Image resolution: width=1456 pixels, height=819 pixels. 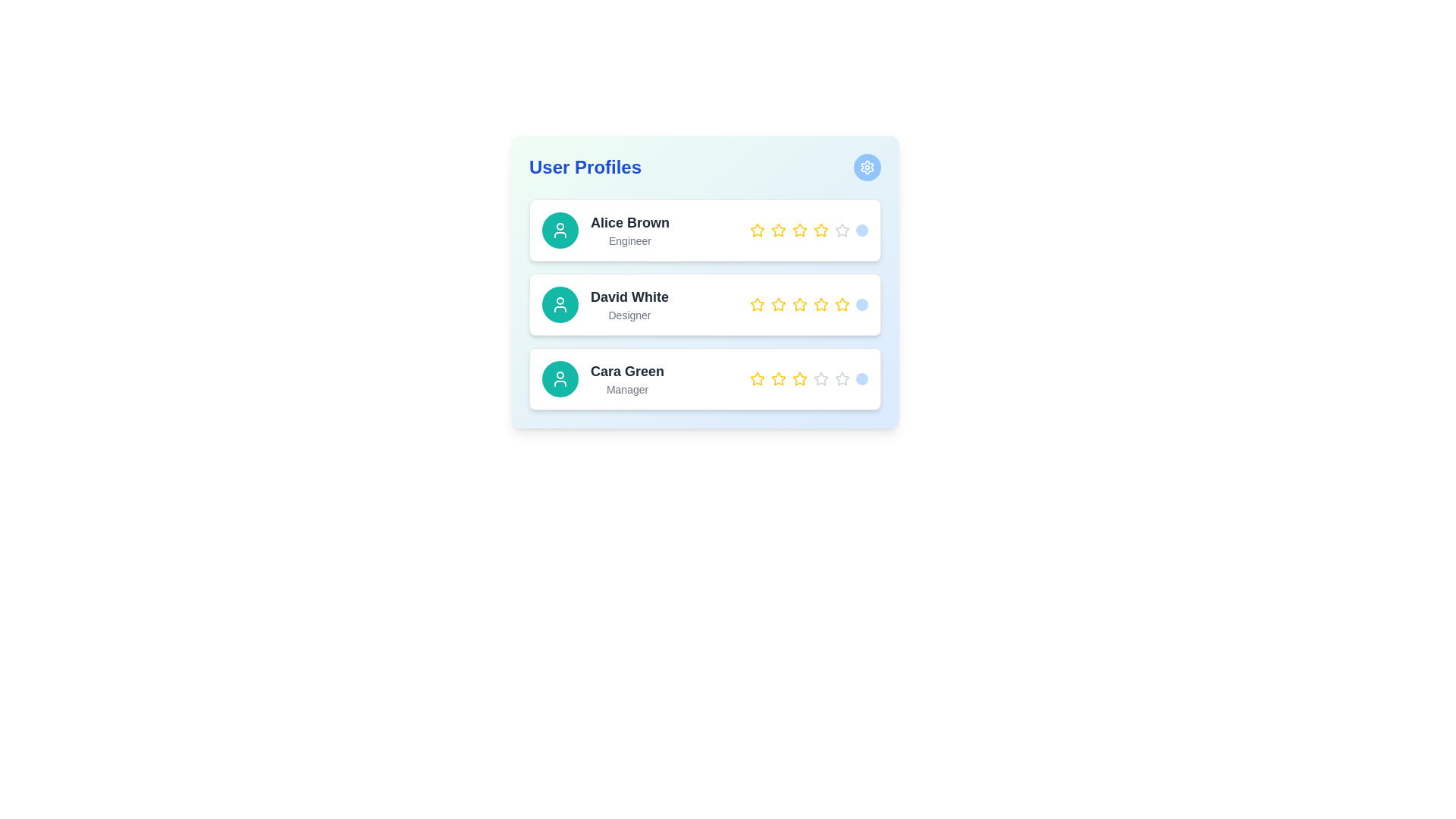 I want to click on the rating representation by interacting with the first star icon in the rating system for the 'Cara Green - Manager' user profile, located in the third user card from the top, so click(x=757, y=378).